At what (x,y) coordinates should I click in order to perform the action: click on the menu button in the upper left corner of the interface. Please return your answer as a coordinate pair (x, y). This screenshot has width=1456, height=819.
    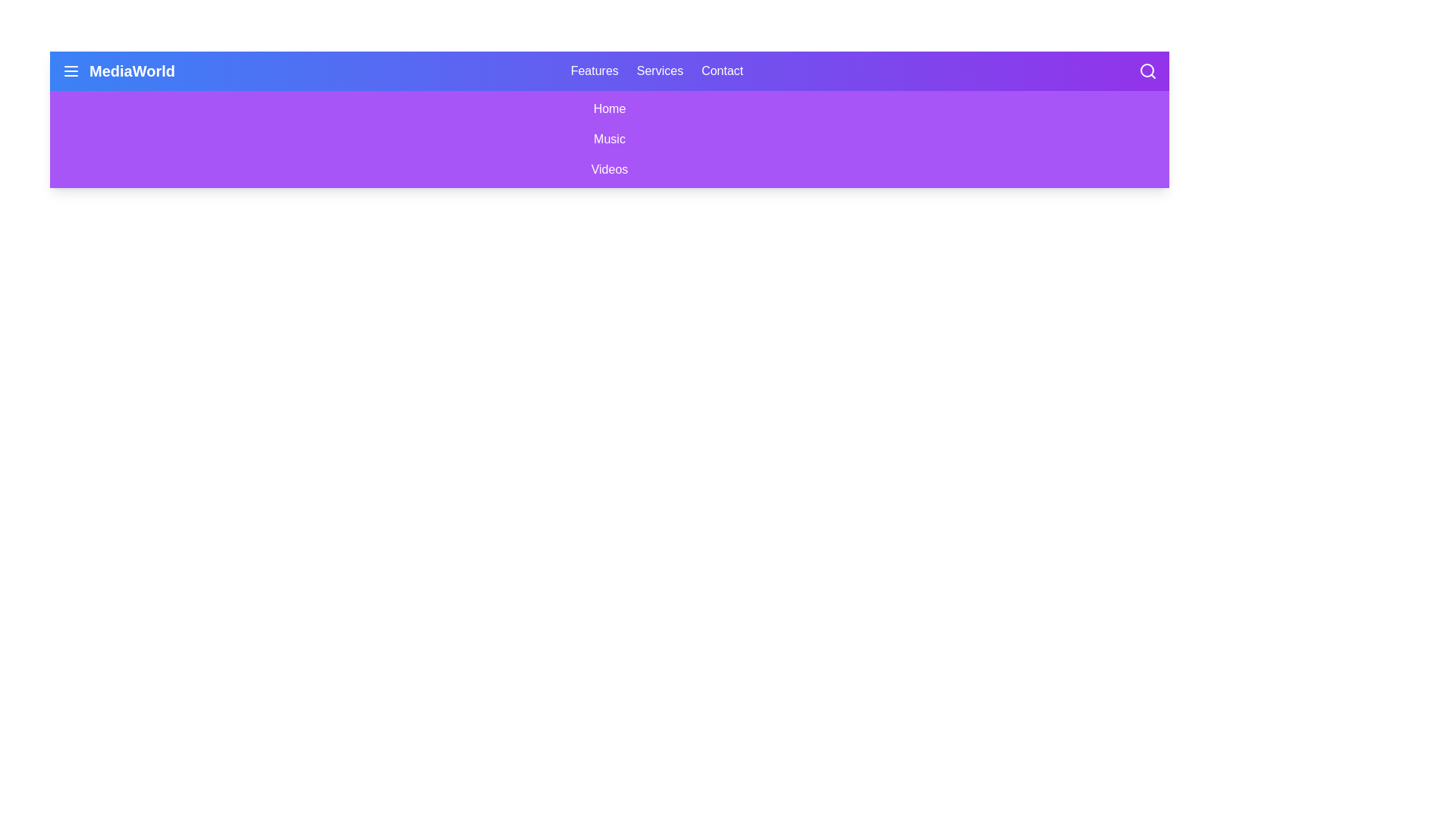
    Looking at the image, I should click on (71, 71).